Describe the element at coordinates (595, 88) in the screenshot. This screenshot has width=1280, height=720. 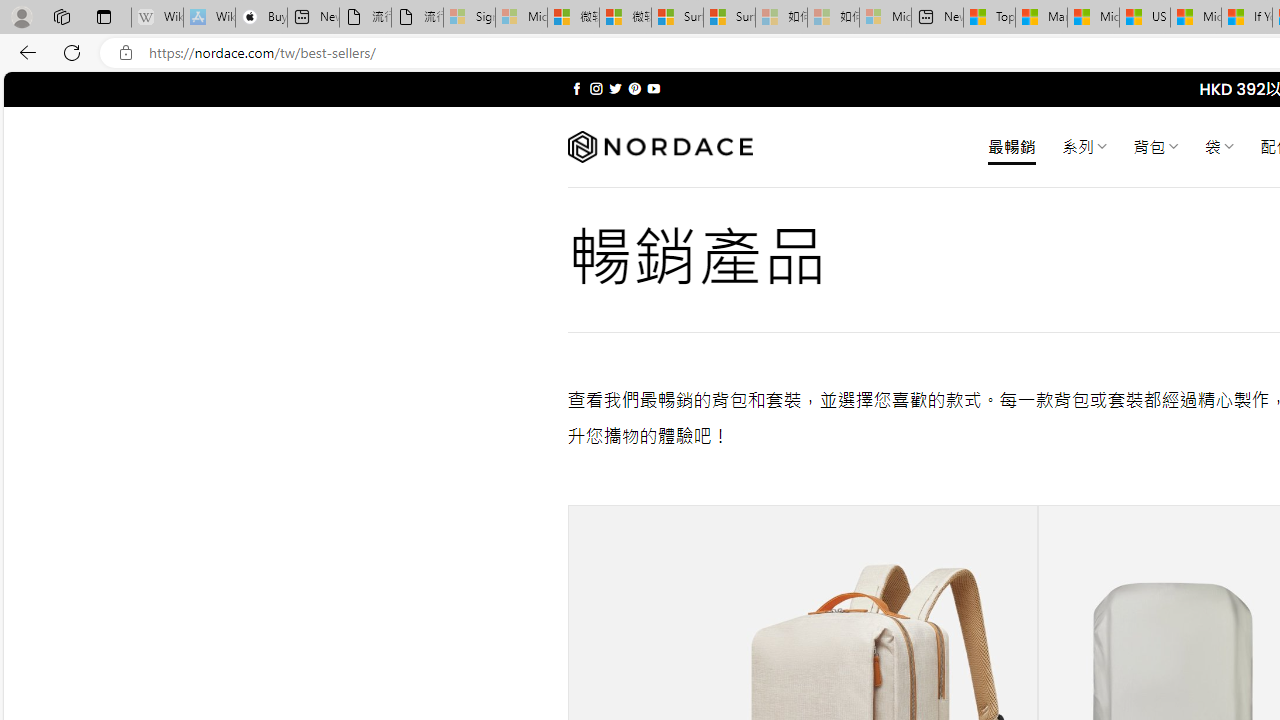
I see `'Follow on Instagram'` at that location.